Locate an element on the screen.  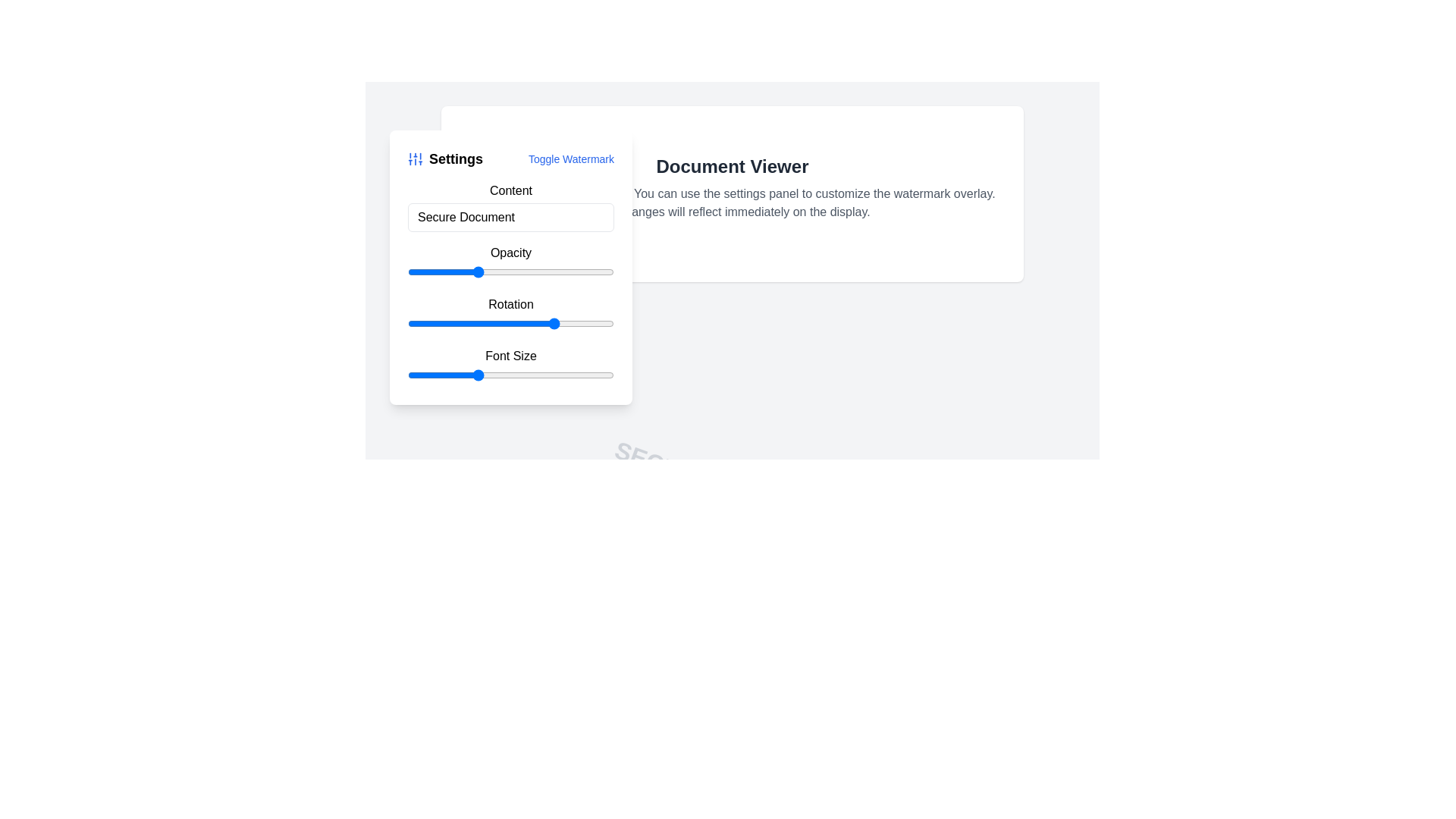
the rotation value is located at coordinates (432, 323).